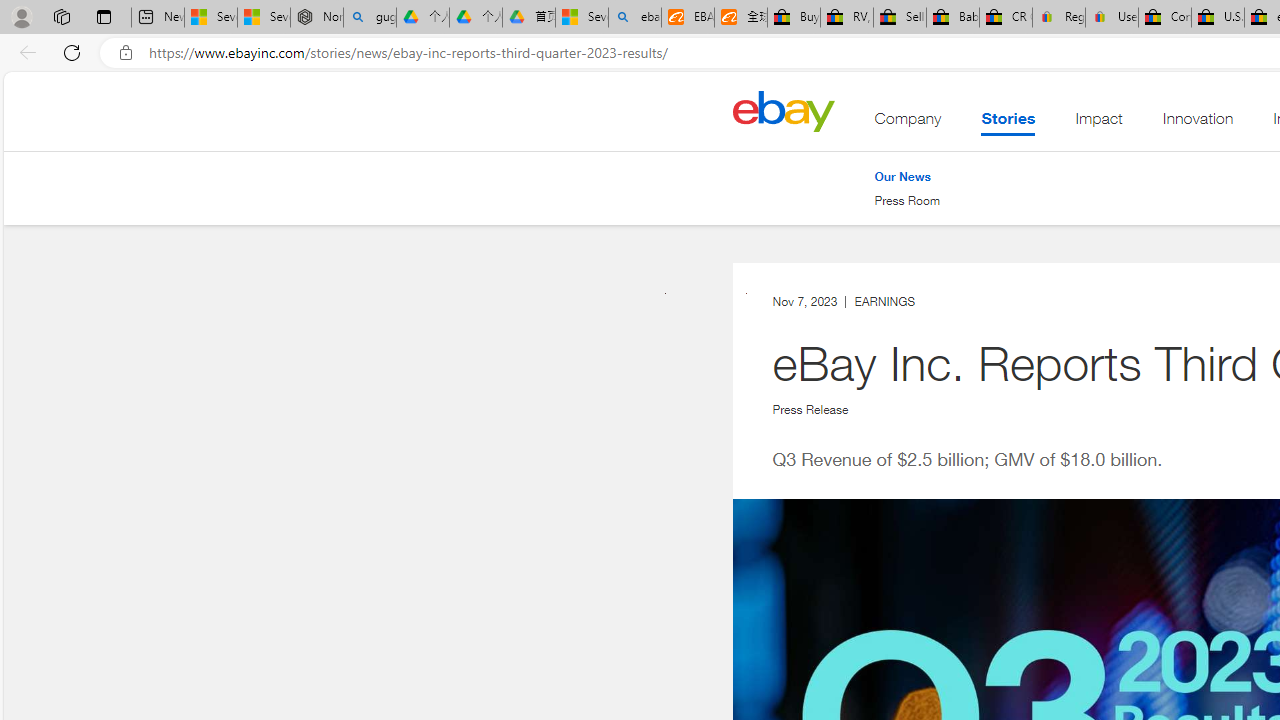 Image resolution: width=1280 pixels, height=720 pixels. Describe the element at coordinates (906, 200) in the screenshot. I see `'Press Room'` at that location.